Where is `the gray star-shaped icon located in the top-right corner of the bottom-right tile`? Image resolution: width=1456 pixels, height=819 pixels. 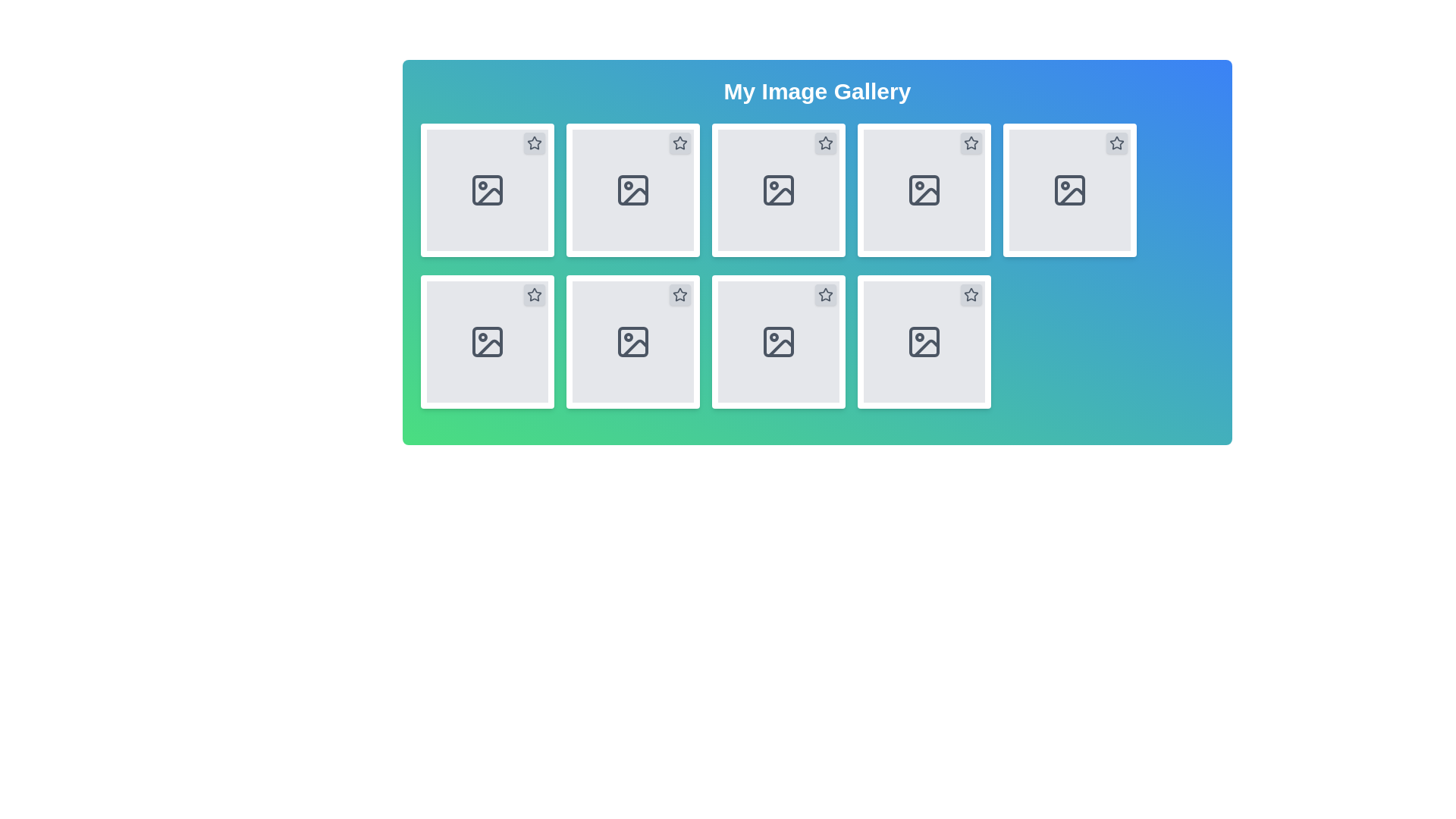
the gray star-shaped icon located in the top-right corner of the bottom-right tile is located at coordinates (971, 295).